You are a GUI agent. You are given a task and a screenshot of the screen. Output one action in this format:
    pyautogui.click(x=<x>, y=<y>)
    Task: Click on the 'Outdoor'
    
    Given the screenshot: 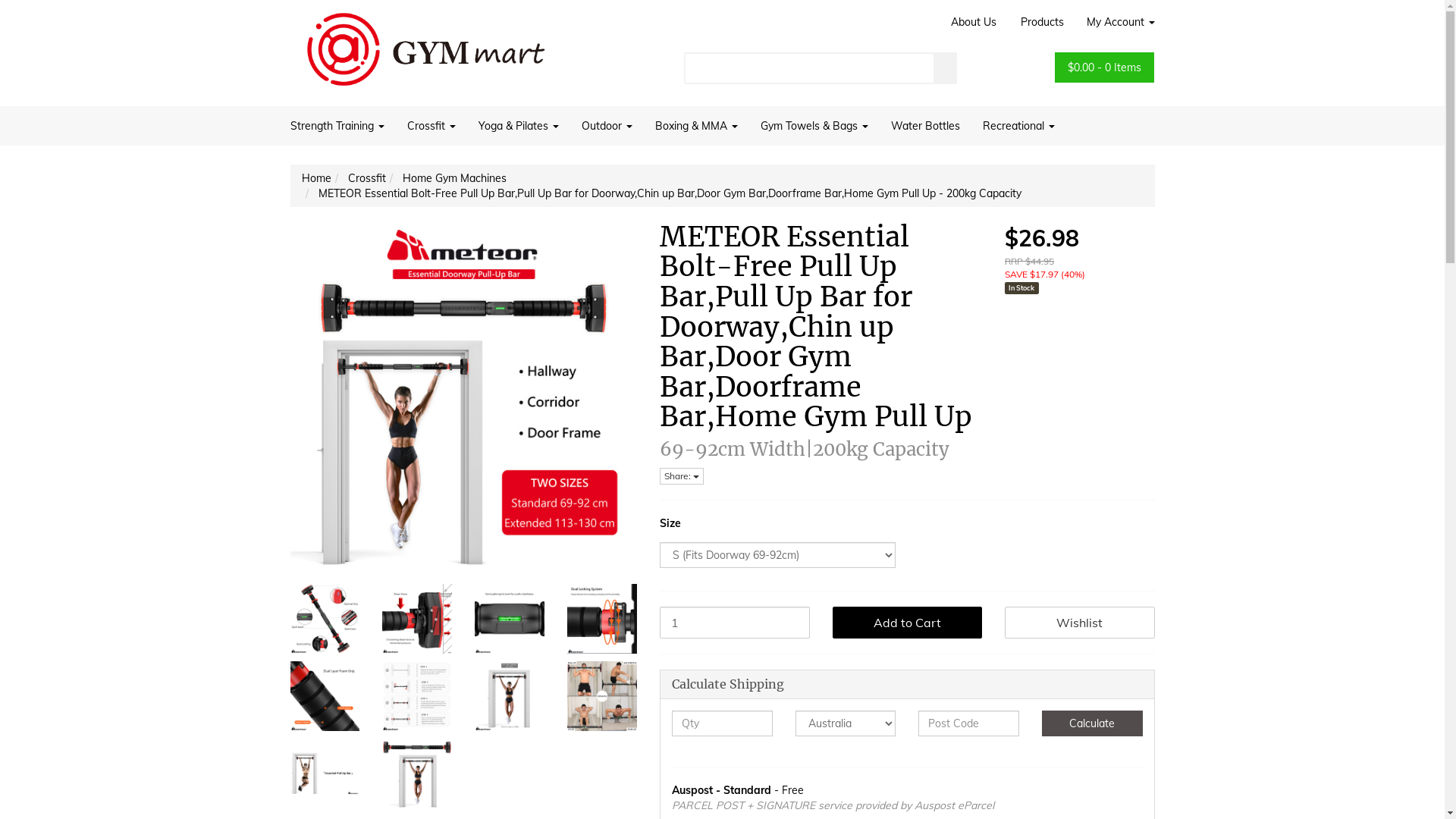 What is the action you would take?
    pyautogui.click(x=607, y=124)
    